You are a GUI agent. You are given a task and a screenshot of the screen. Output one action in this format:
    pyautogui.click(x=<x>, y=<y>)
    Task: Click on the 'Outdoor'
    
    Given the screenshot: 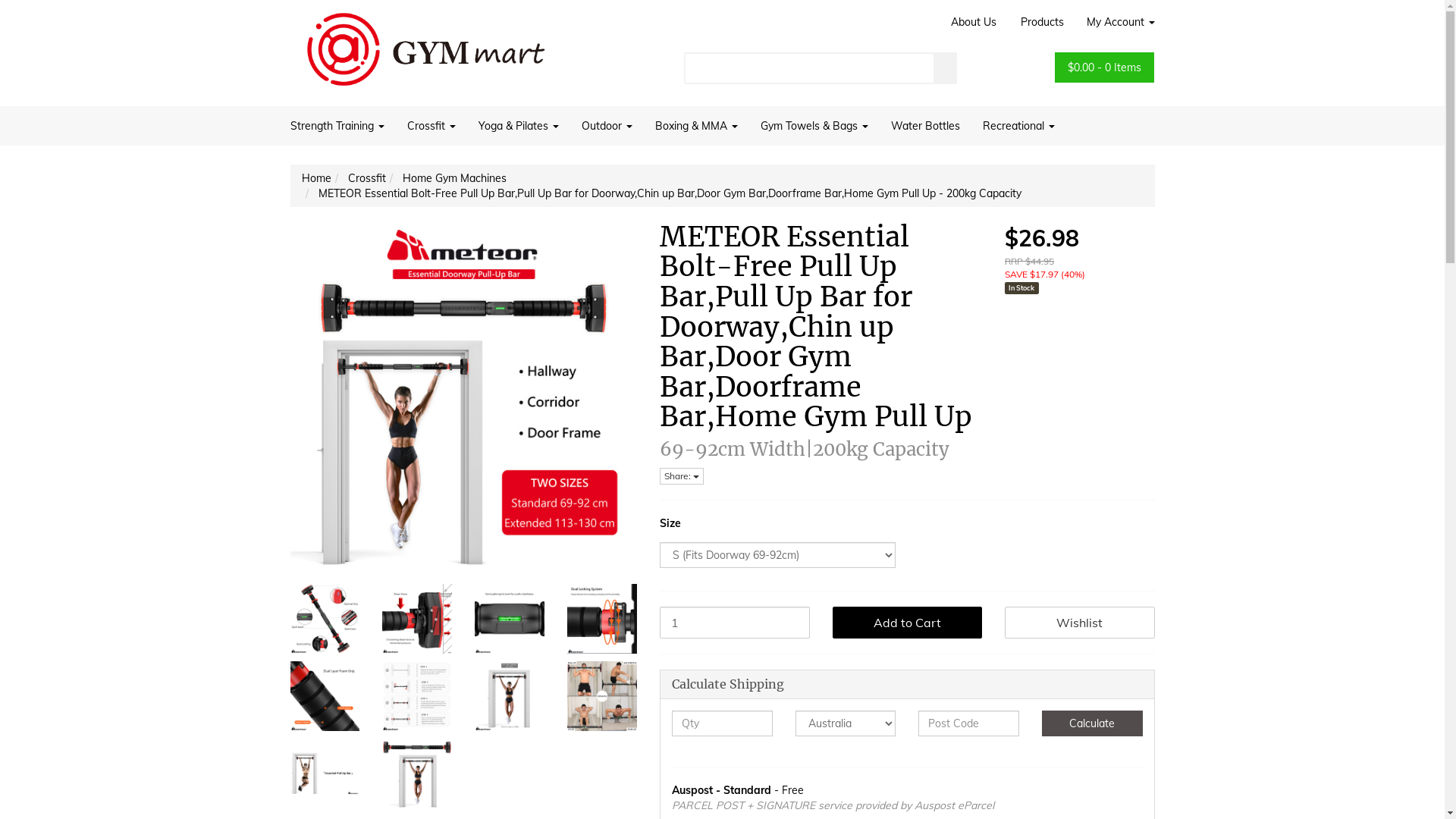 What is the action you would take?
    pyautogui.click(x=607, y=124)
    